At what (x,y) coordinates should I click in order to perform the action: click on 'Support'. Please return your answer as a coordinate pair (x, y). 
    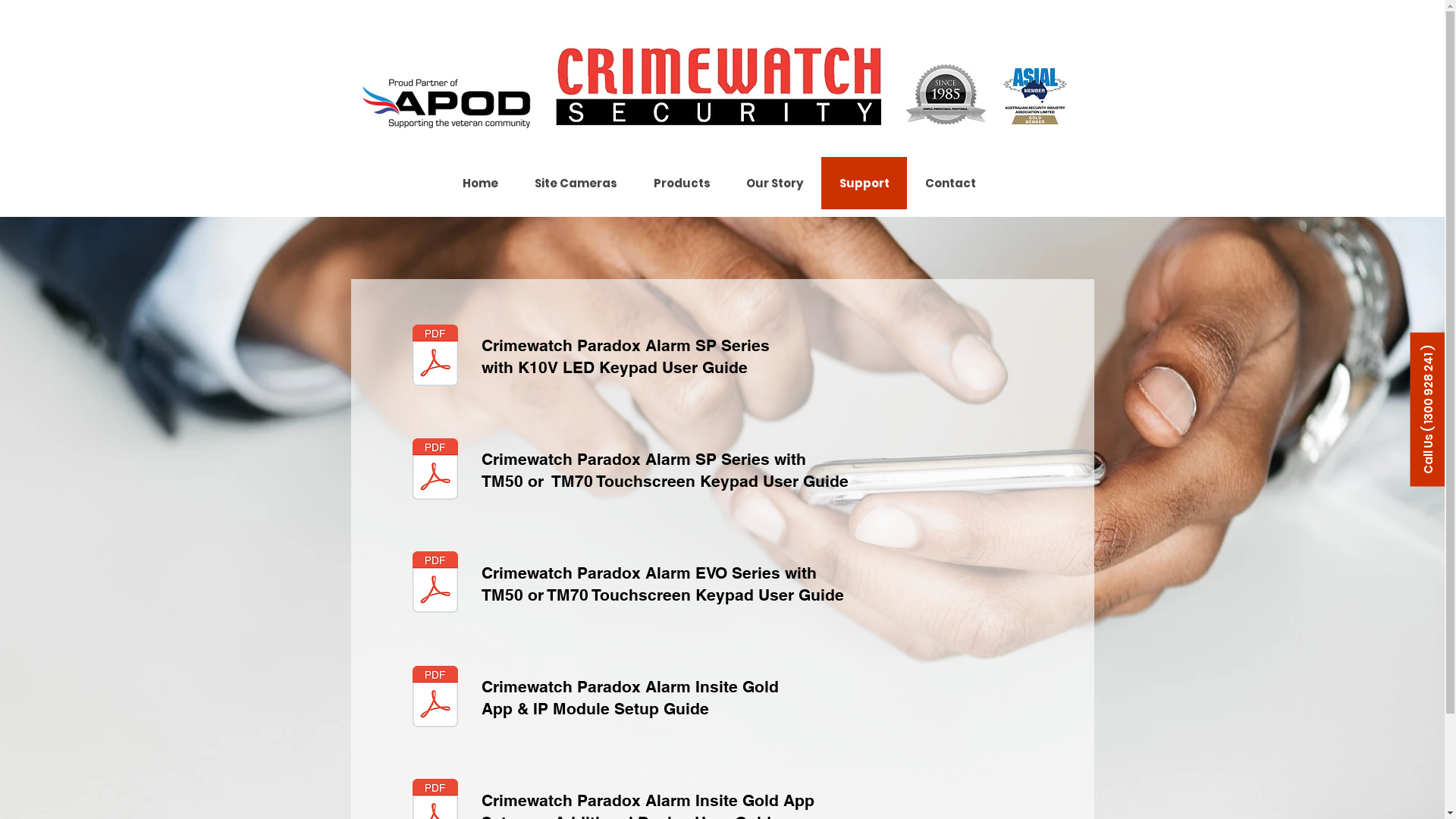
    Looking at the image, I should click on (863, 182).